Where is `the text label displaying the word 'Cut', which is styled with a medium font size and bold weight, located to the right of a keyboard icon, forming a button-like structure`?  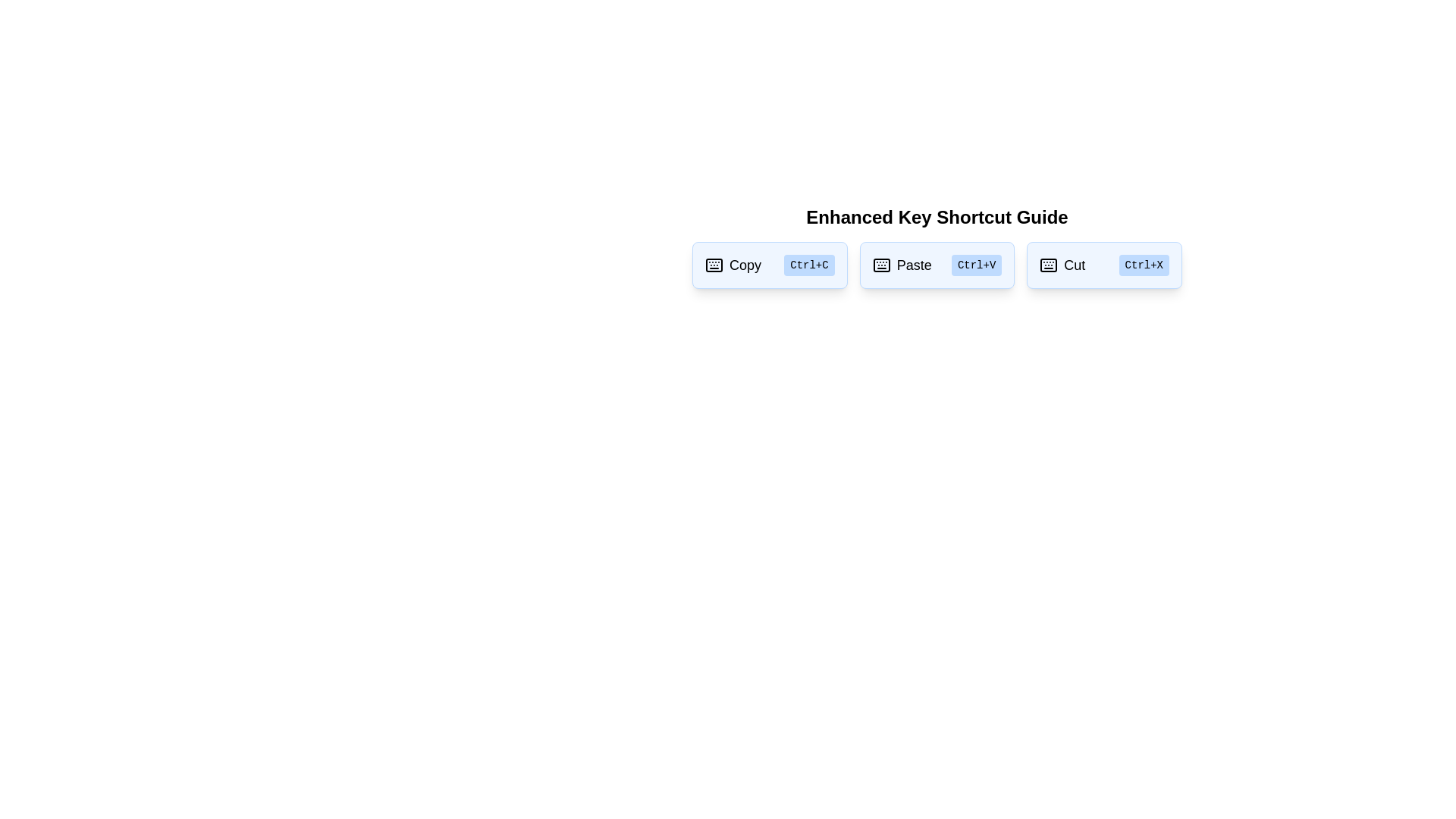
the text label displaying the word 'Cut', which is styled with a medium font size and bold weight, located to the right of a keyboard icon, forming a button-like structure is located at coordinates (1074, 265).